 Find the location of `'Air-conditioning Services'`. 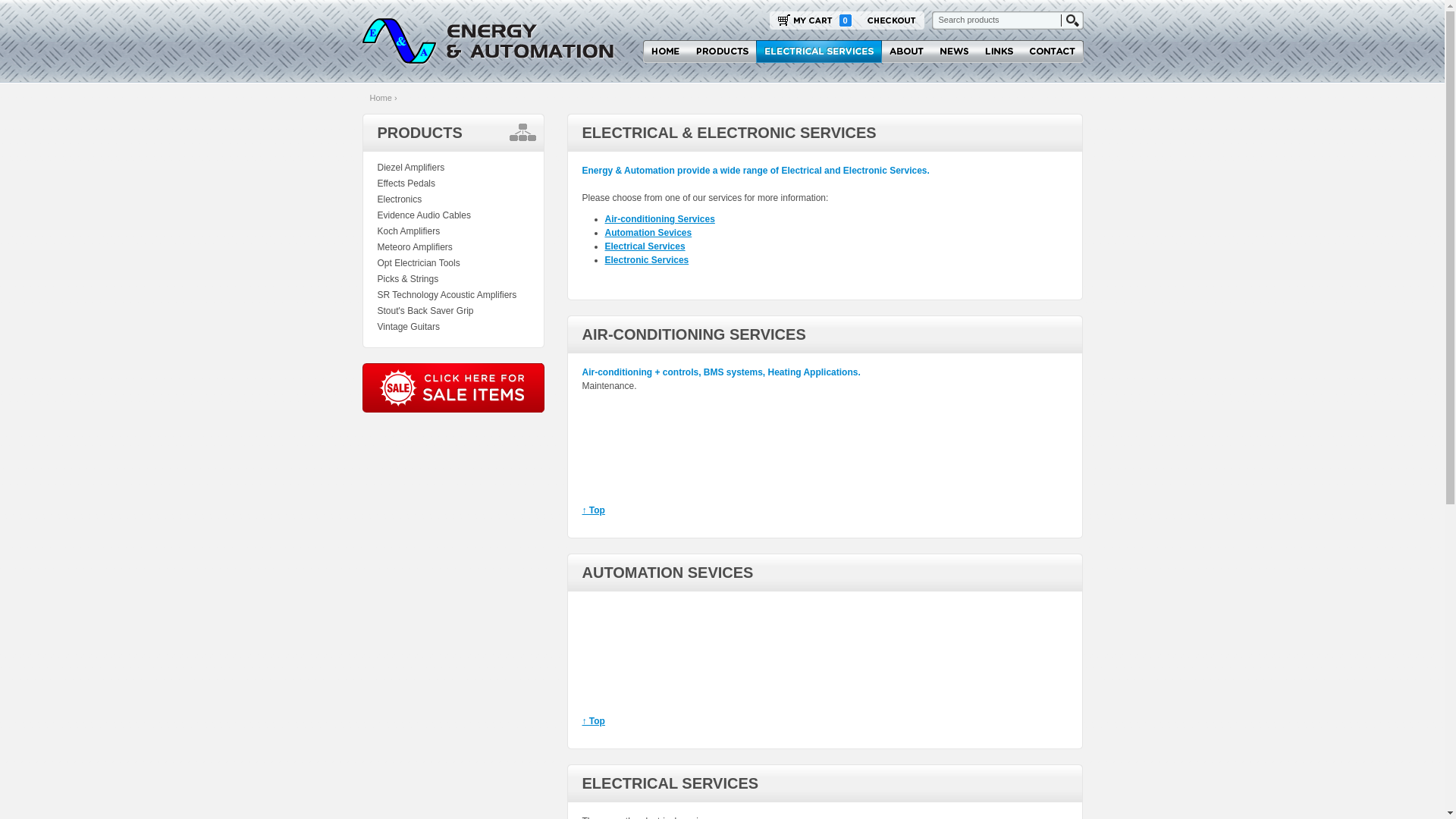

'Air-conditioning Services' is located at coordinates (604, 219).